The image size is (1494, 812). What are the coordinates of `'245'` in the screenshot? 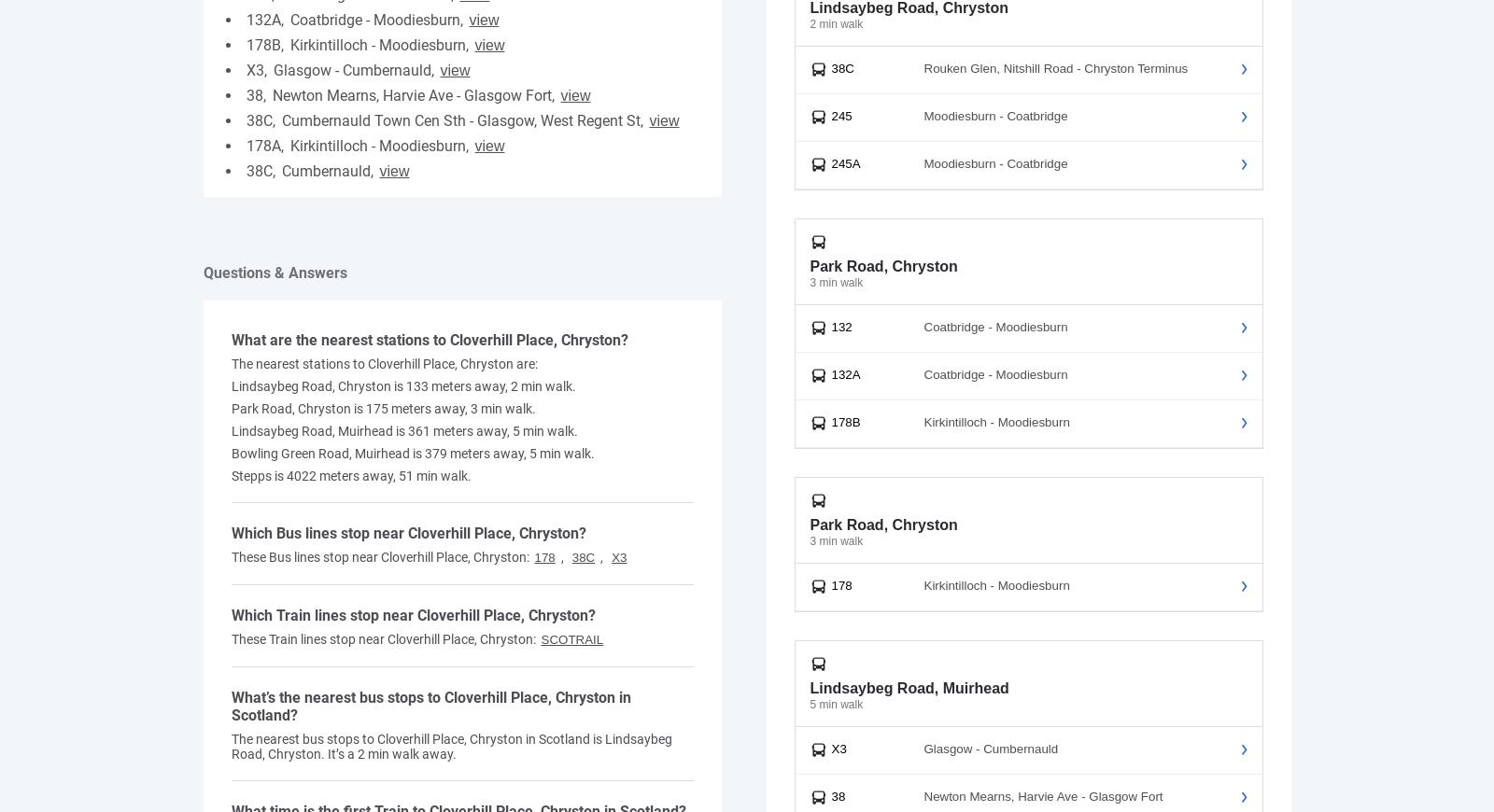 It's located at (830, 115).